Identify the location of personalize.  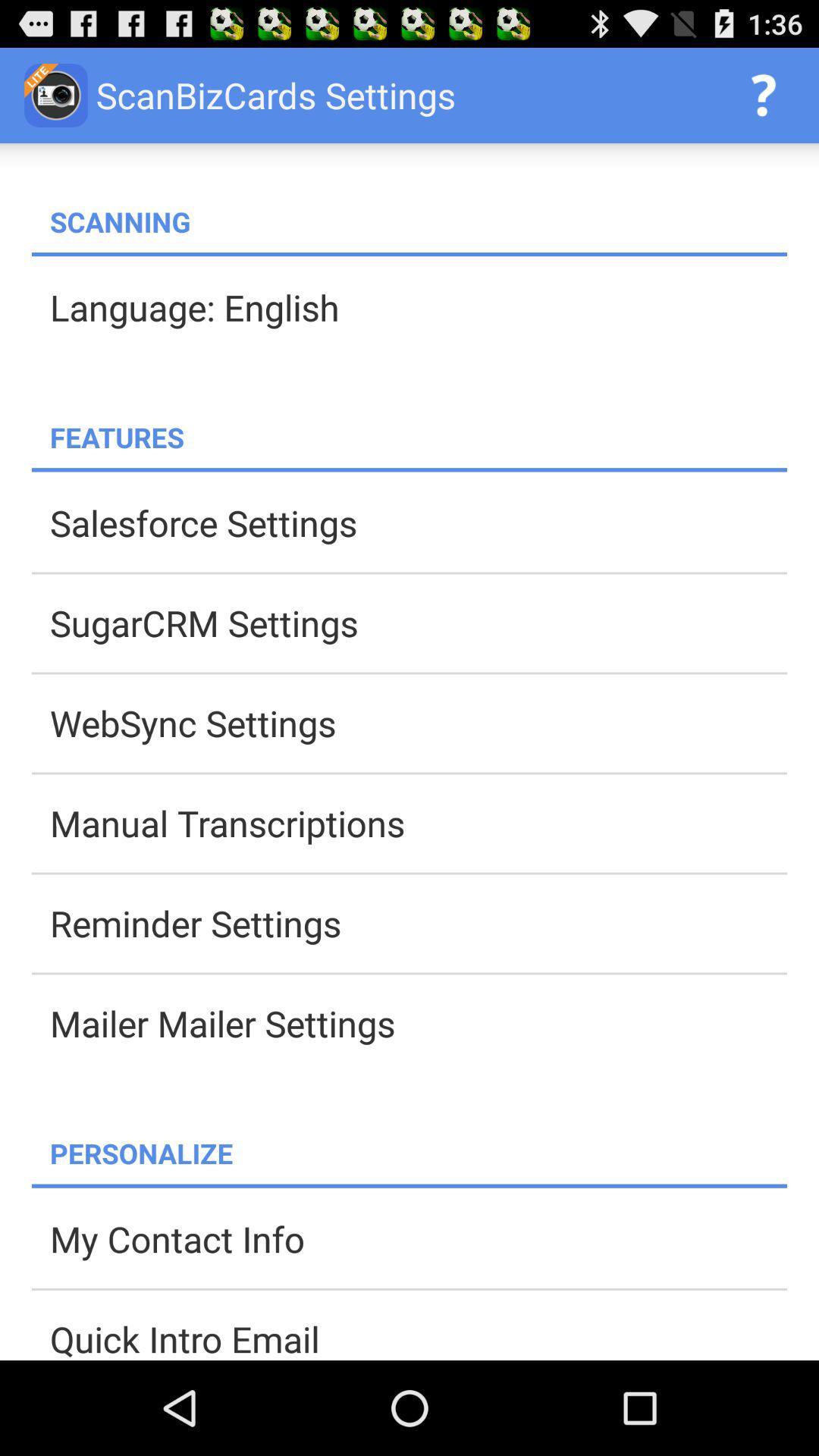
(418, 1153).